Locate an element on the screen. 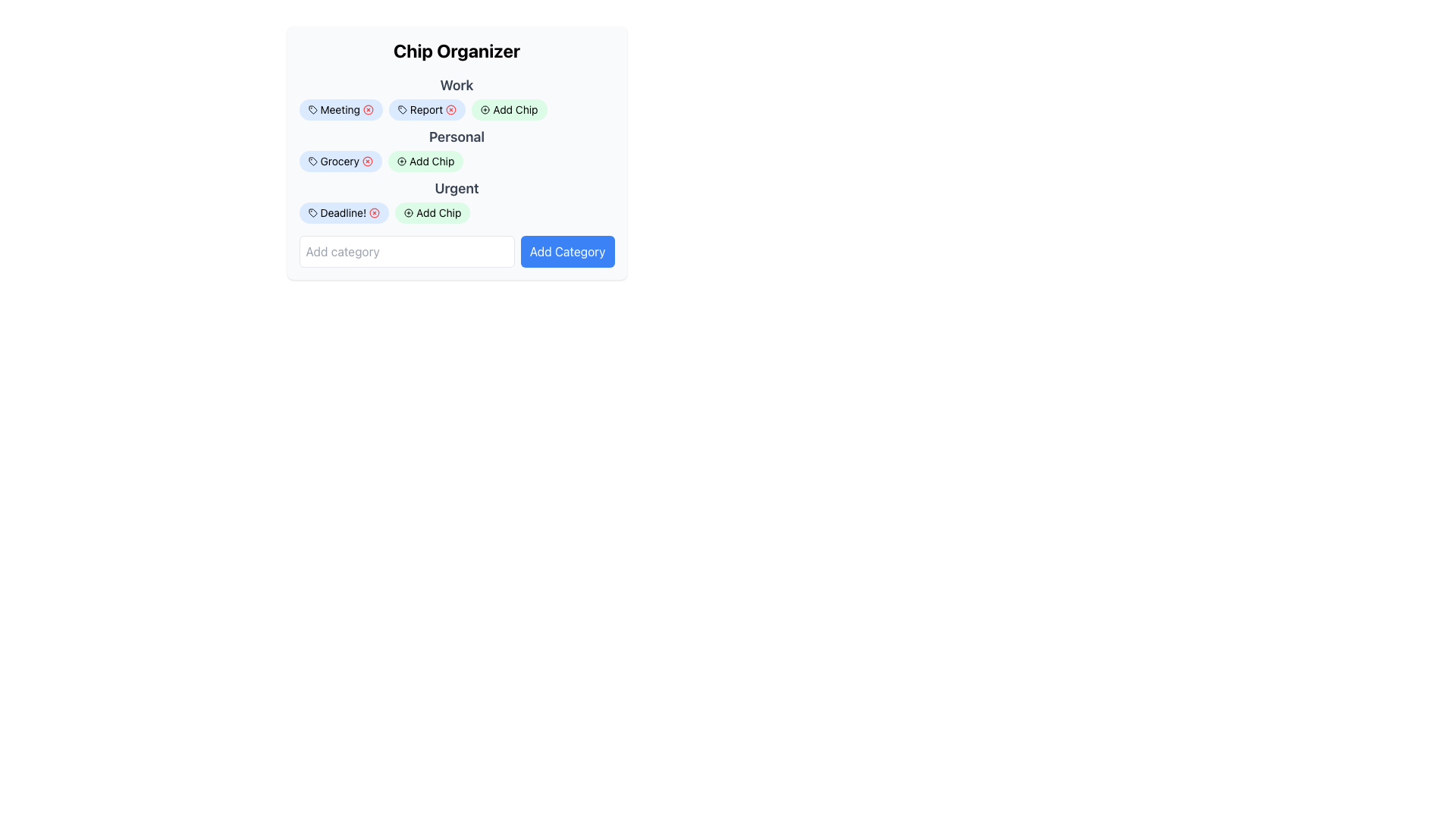  the button that adds a new chip related to the 'Urgent' category, positioned directly to the right of the 'Deadline!' tag is located at coordinates (431, 213).